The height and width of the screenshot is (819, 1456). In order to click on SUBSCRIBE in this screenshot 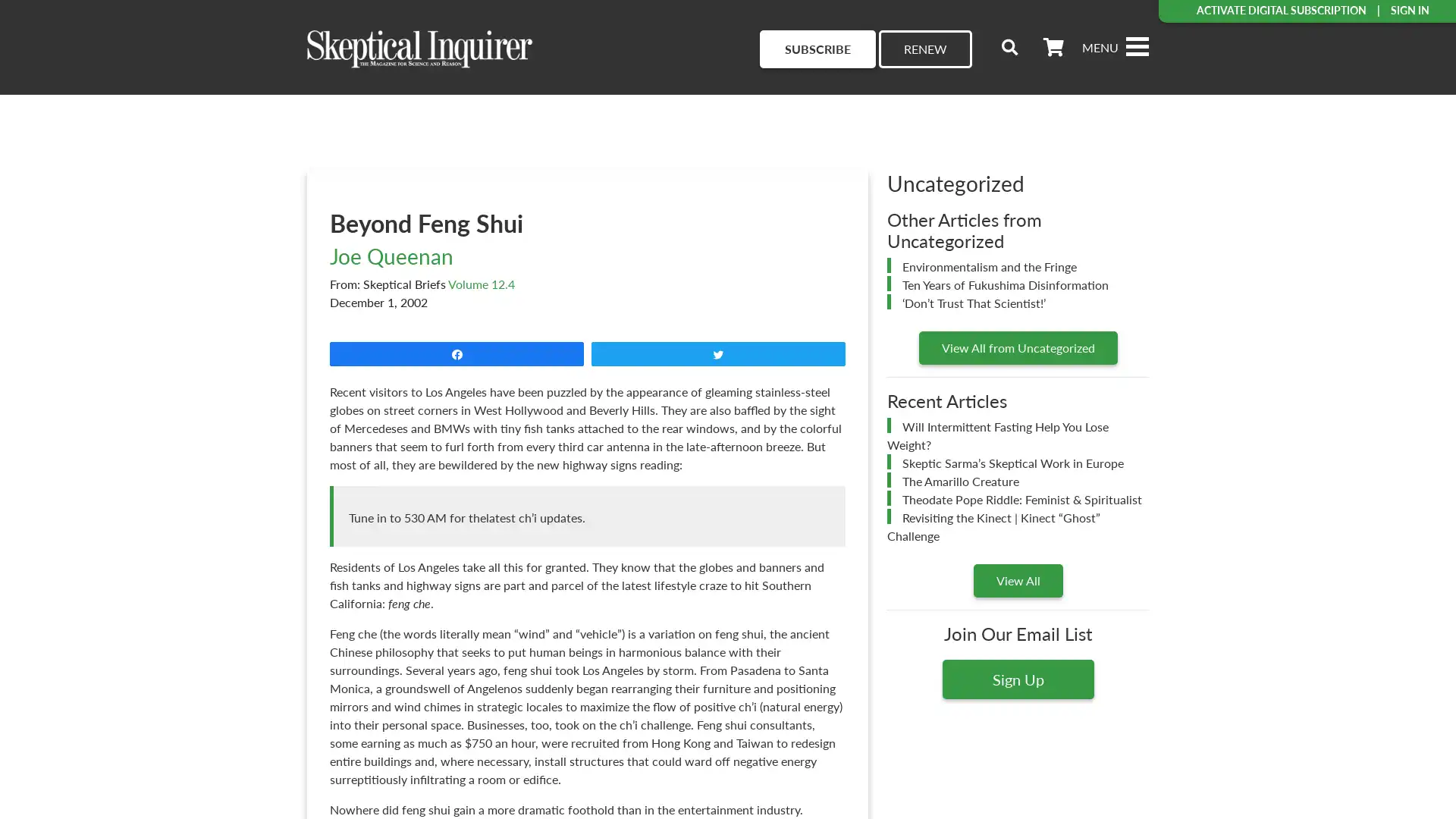, I will do `click(817, 49)`.